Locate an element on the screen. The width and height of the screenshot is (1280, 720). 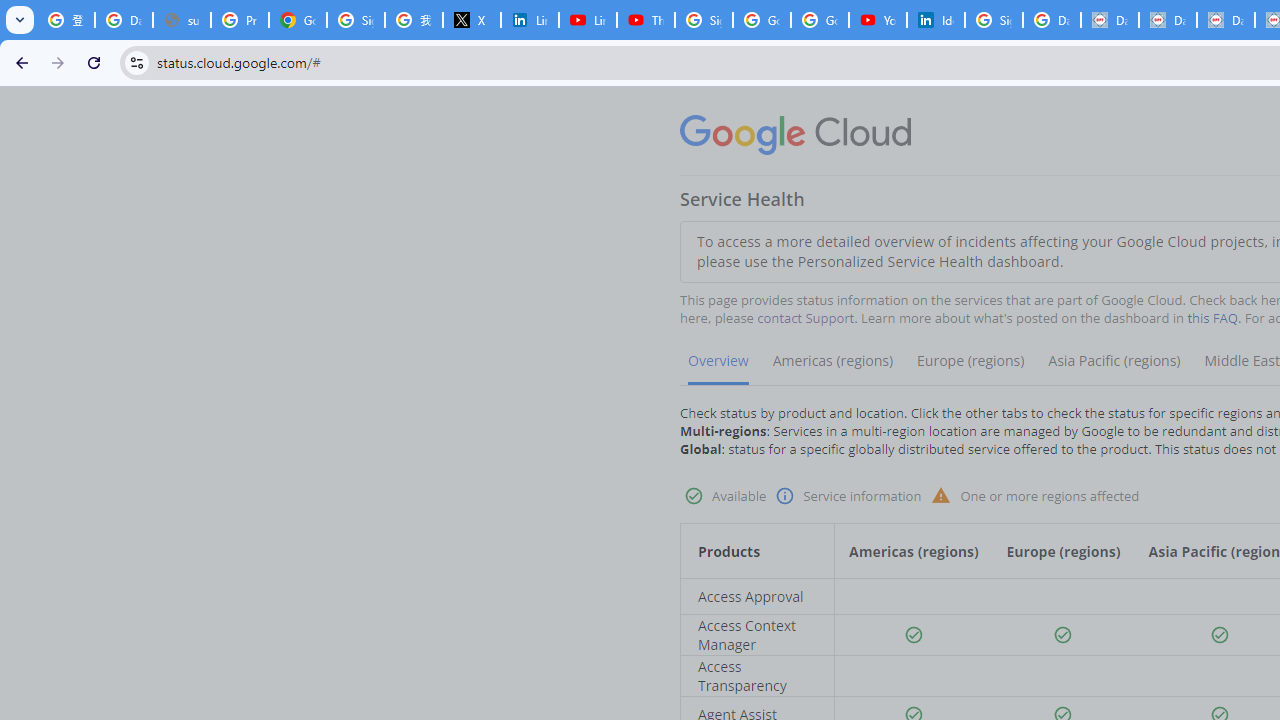
'Warning status' is located at coordinates (940, 495).